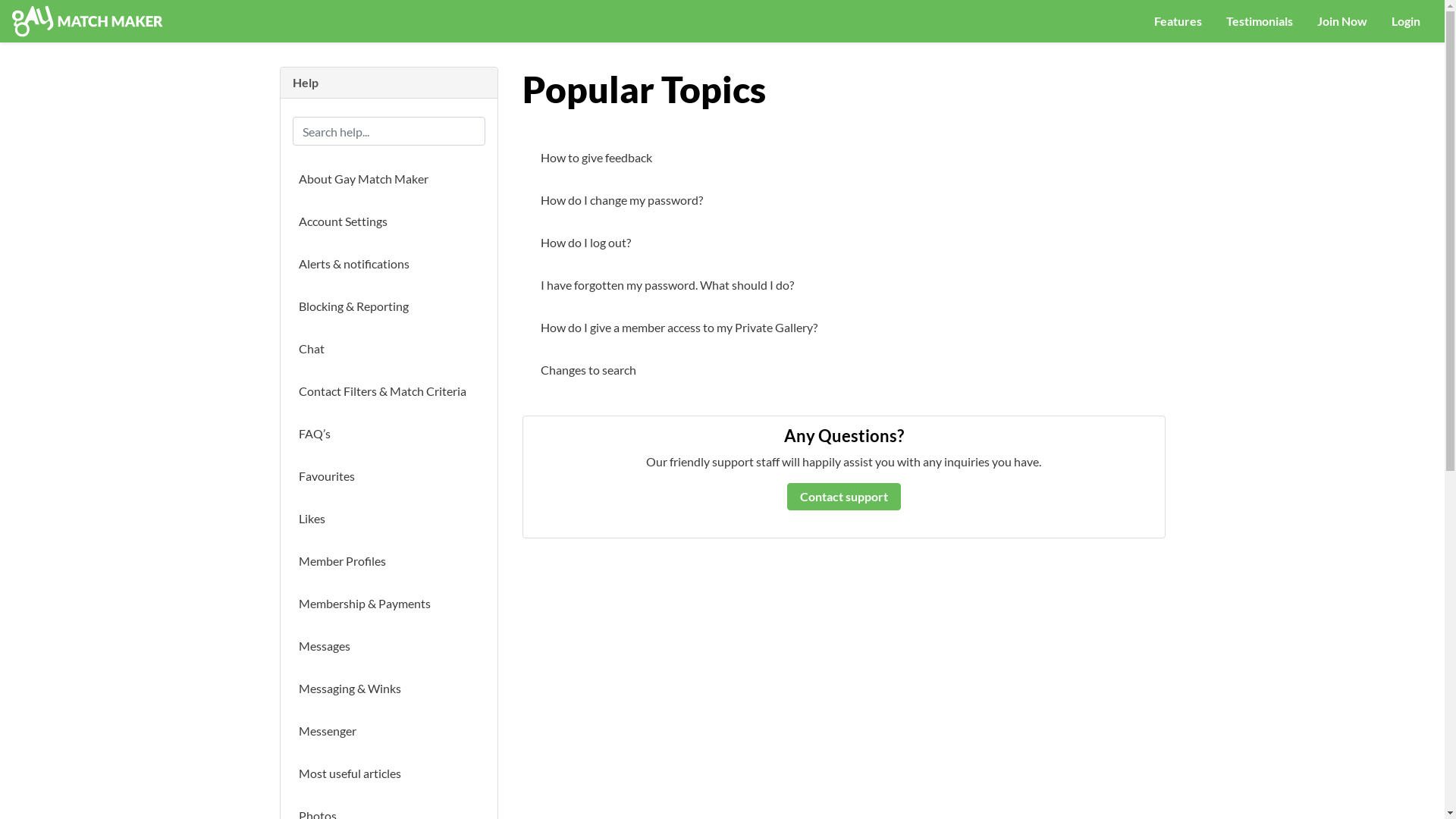 Image resolution: width=1456 pixels, height=819 pixels. What do you see at coordinates (389, 177) in the screenshot?
I see `'About Gay Match Maker'` at bounding box center [389, 177].